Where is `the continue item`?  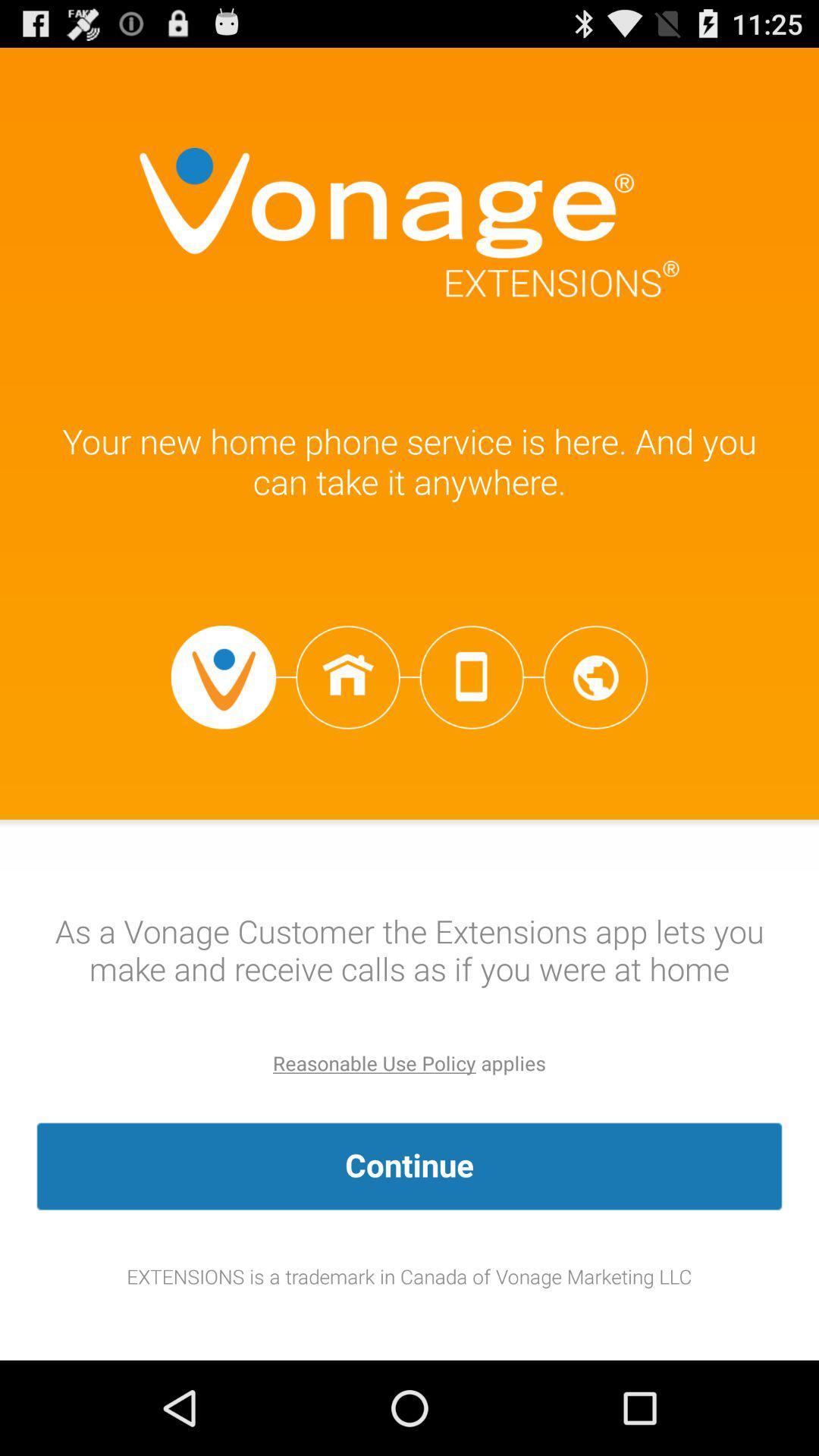
the continue item is located at coordinates (409, 1166).